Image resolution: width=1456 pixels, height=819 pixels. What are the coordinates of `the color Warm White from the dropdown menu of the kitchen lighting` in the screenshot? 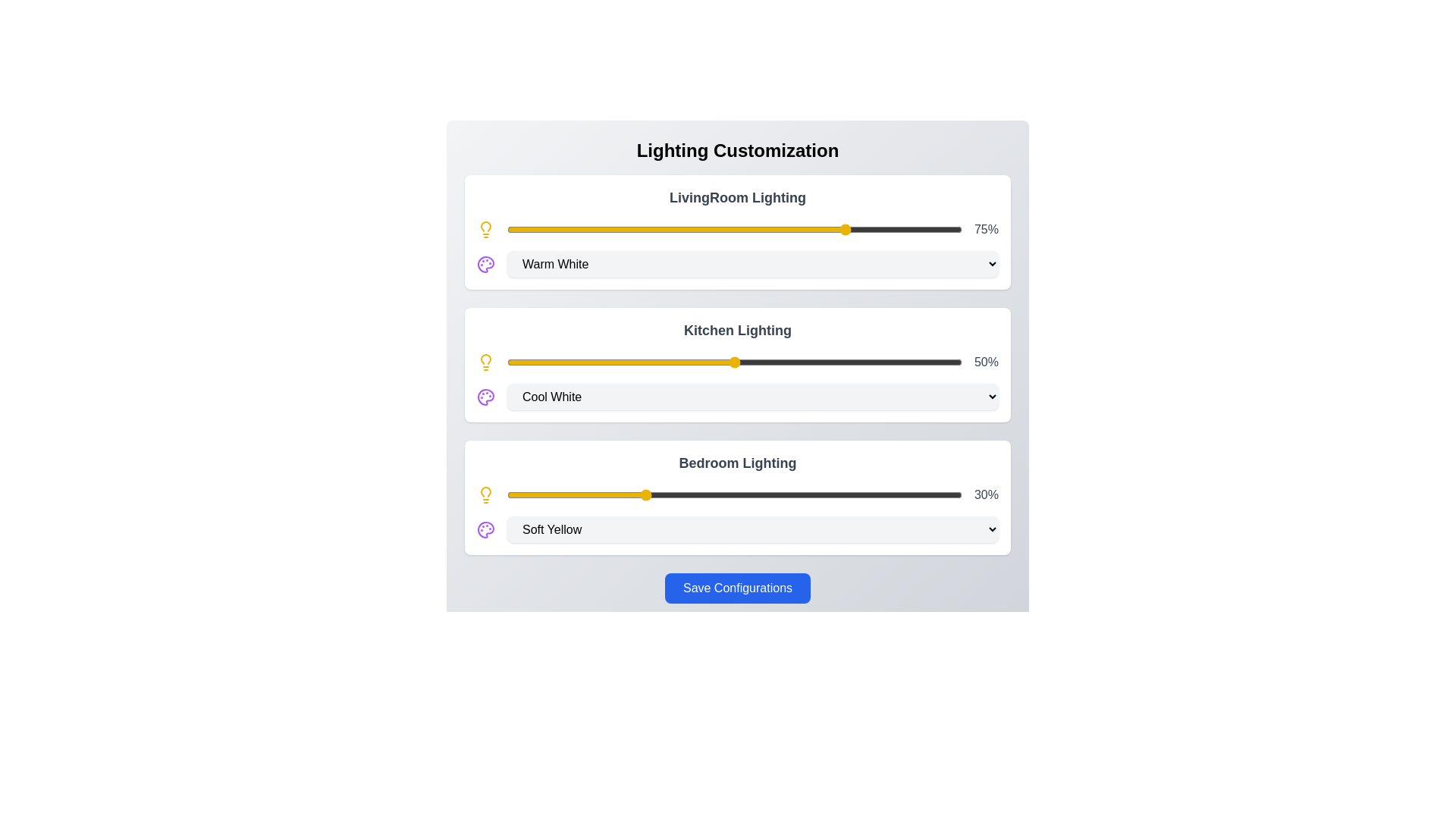 It's located at (753, 396).